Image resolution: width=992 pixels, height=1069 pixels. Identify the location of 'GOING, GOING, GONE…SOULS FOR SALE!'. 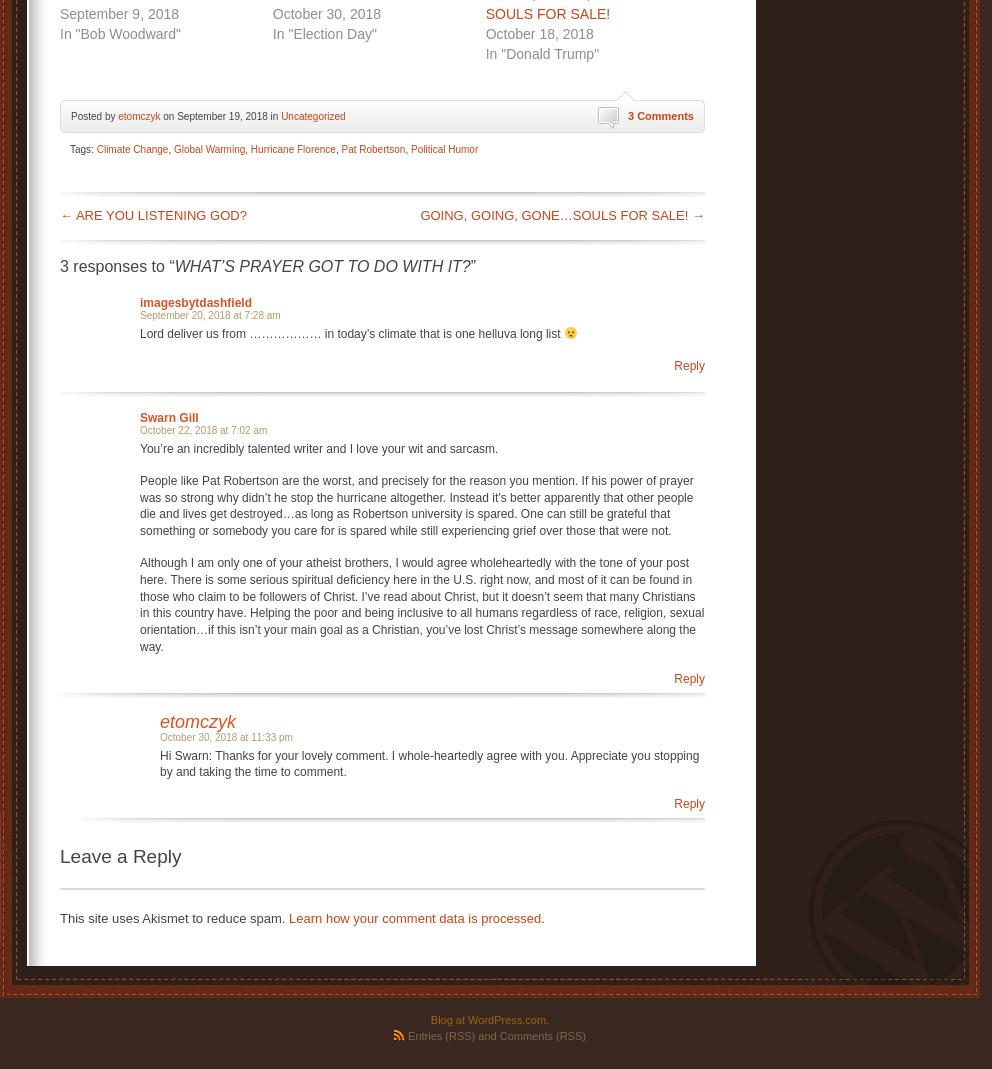
(556, 213).